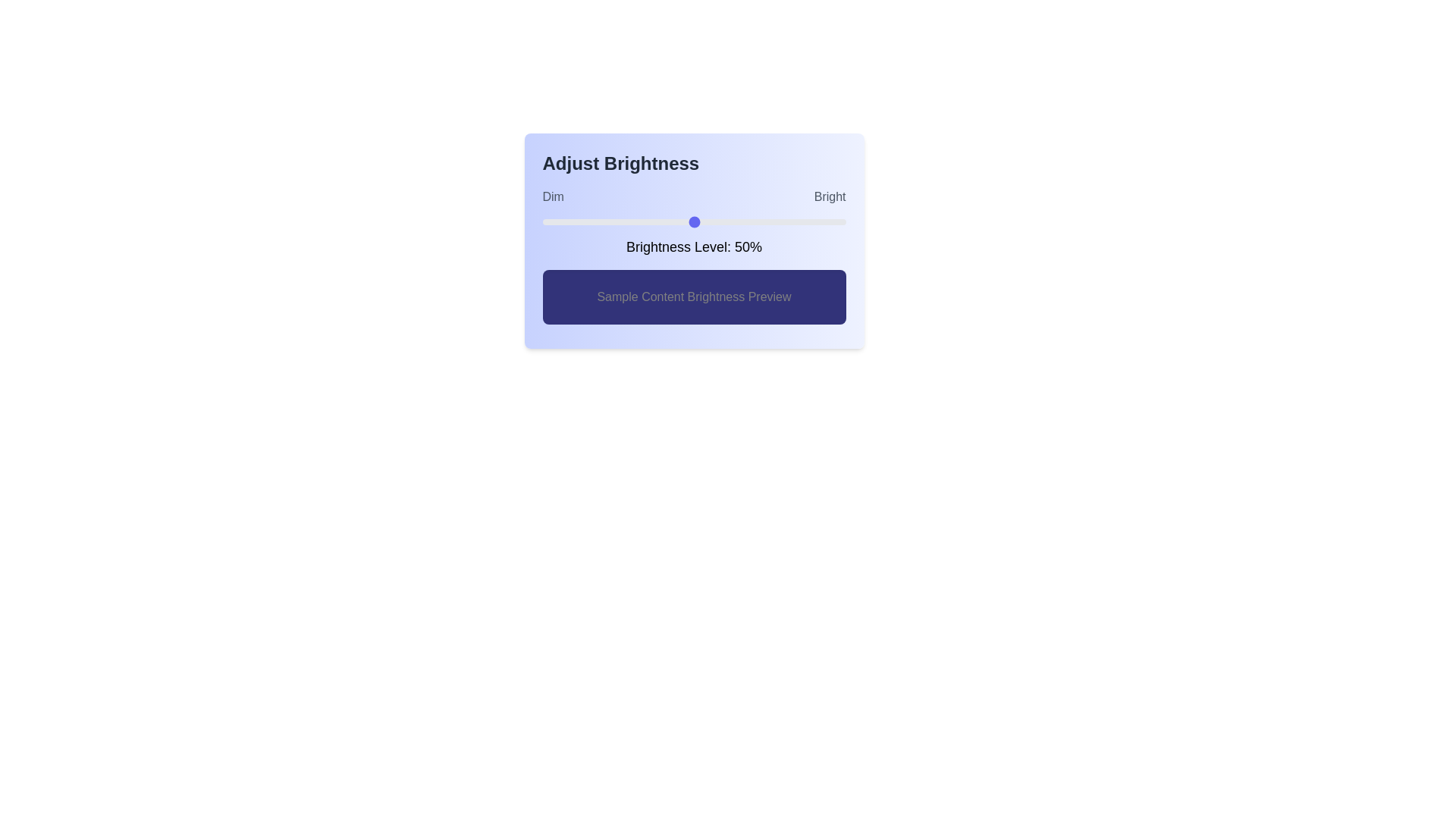 This screenshot has height=819, width=1456. I want to click on the brightness level to 64% by dragging the slider, so click(736, 222).